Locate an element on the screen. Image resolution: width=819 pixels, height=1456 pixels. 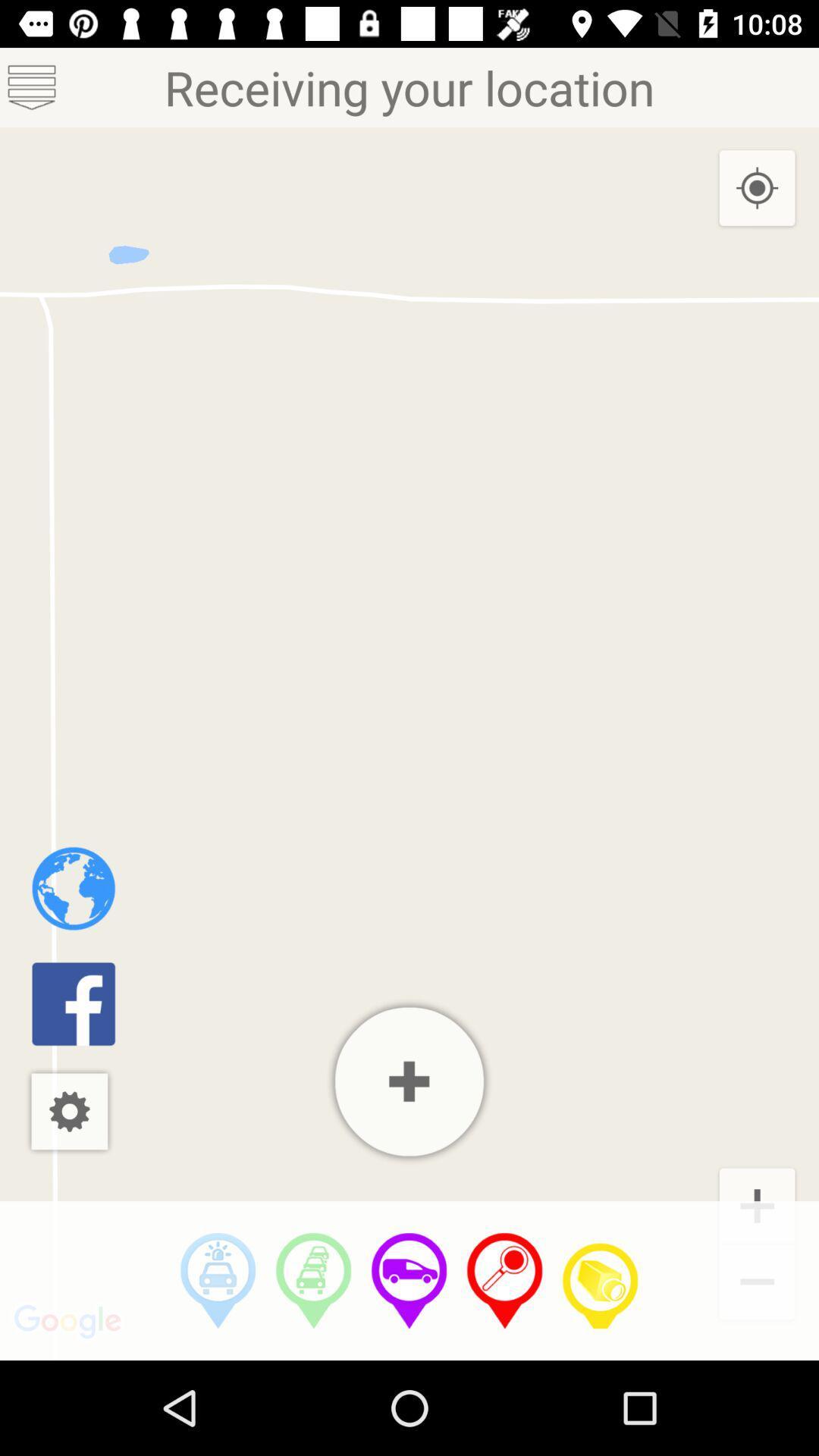
the icon at the top right corner is located at coordinates (757, 188).